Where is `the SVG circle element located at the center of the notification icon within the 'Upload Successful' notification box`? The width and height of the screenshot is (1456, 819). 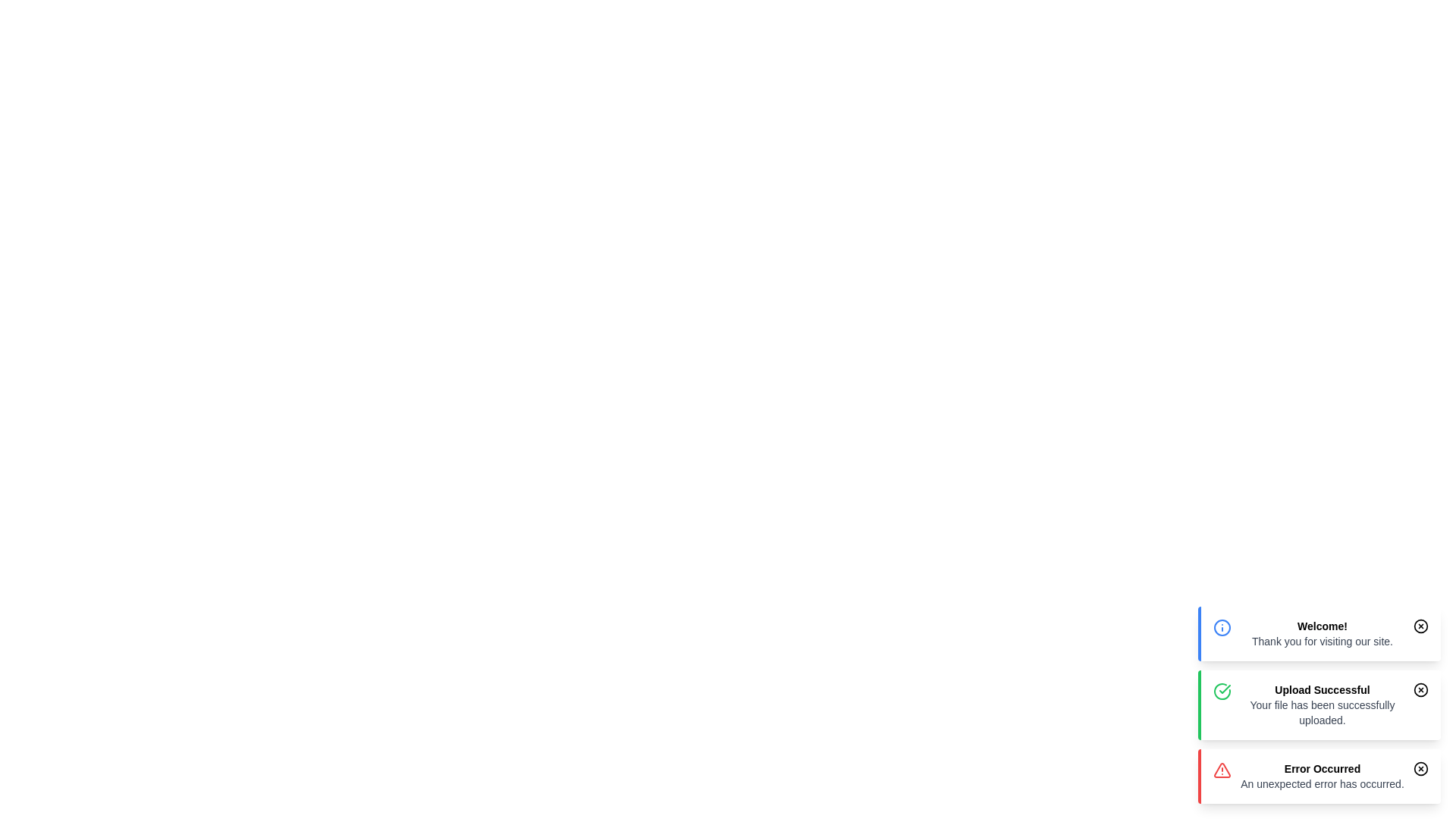 the SVG circle element located at the center of the notification icon within the 'Upload Successful' notification box is located at coordinates (1420, 690).